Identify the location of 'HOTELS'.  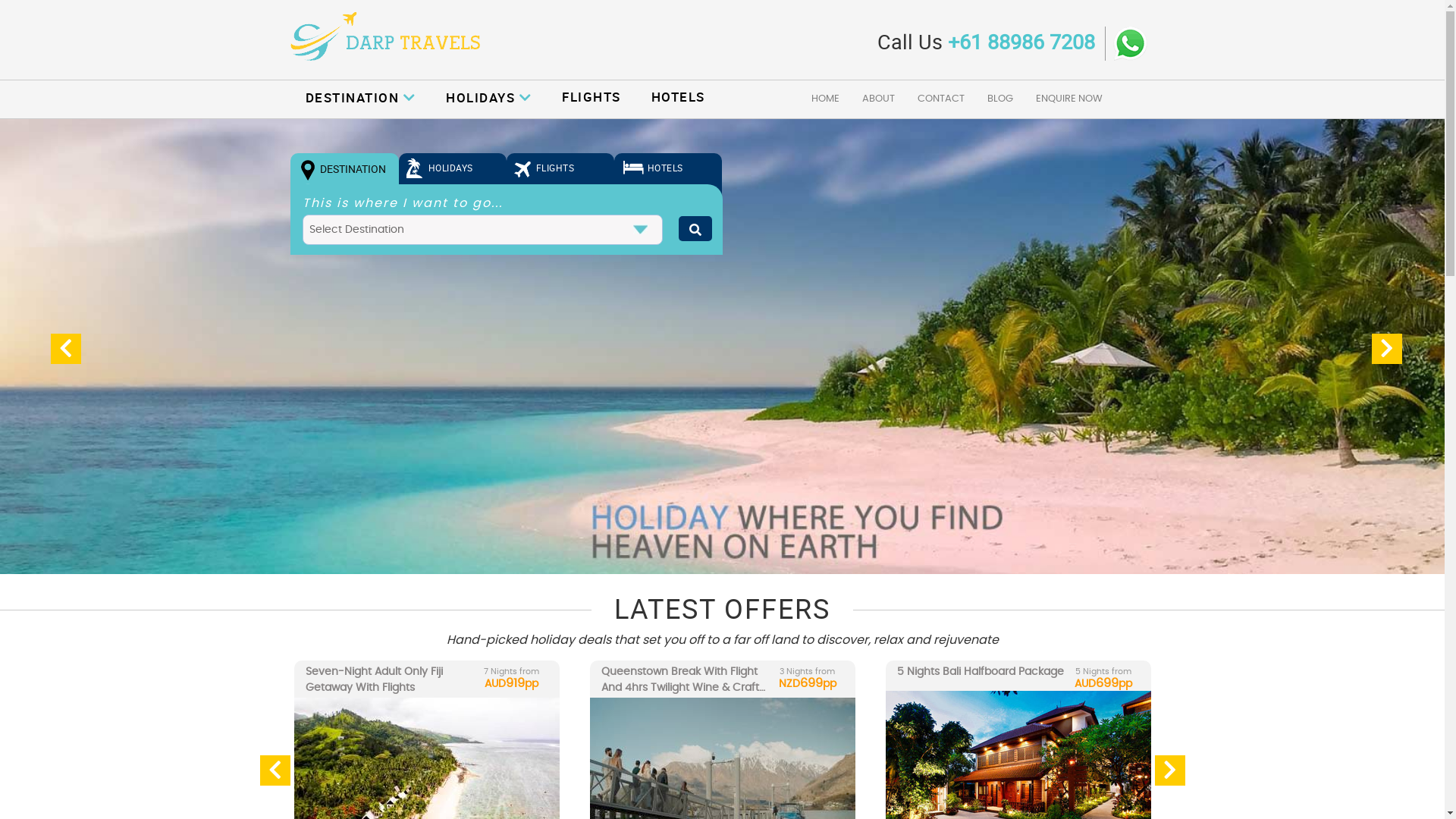
(676, 96).